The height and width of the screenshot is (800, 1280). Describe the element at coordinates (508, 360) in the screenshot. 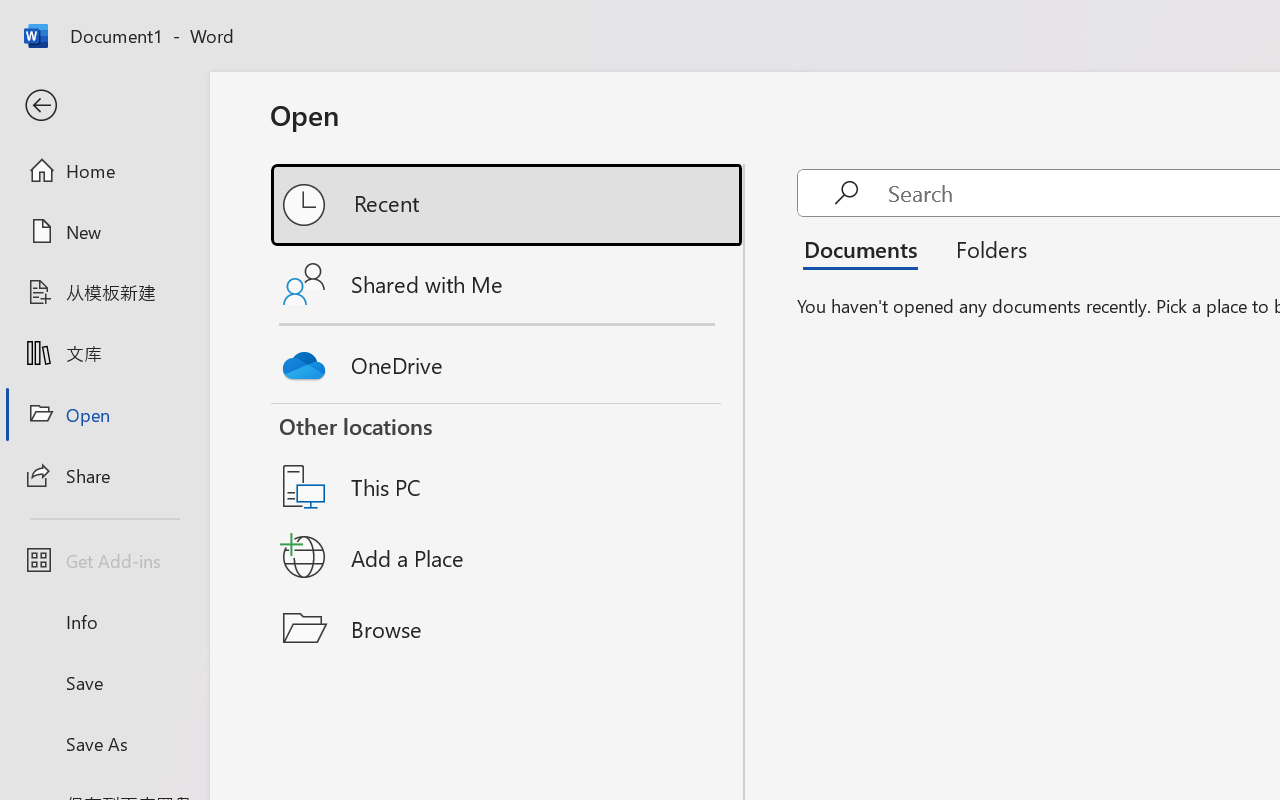

I see `'OneDrive'` at that location.